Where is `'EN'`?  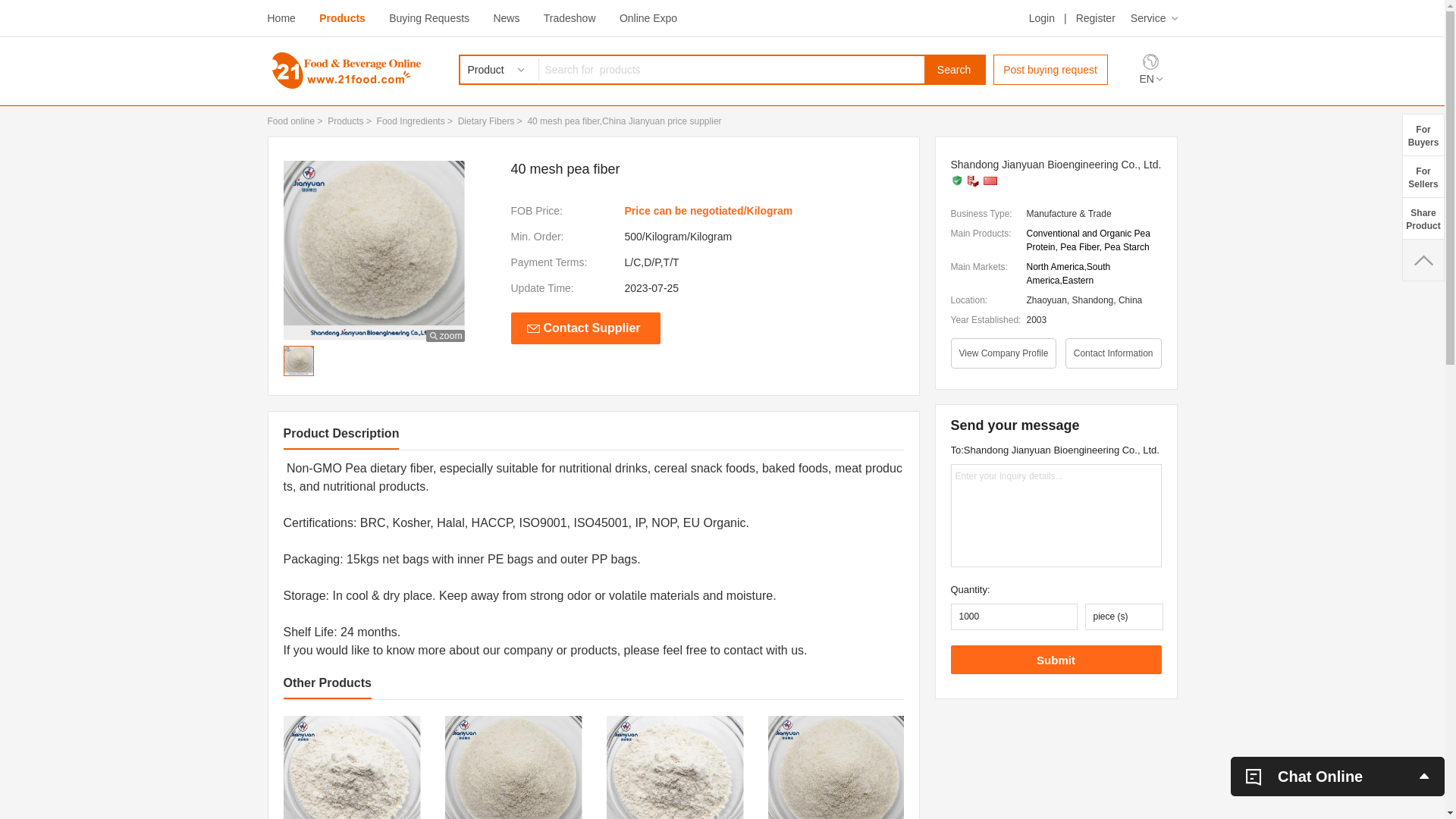
'EN' is located at coordinates (1150, 79).